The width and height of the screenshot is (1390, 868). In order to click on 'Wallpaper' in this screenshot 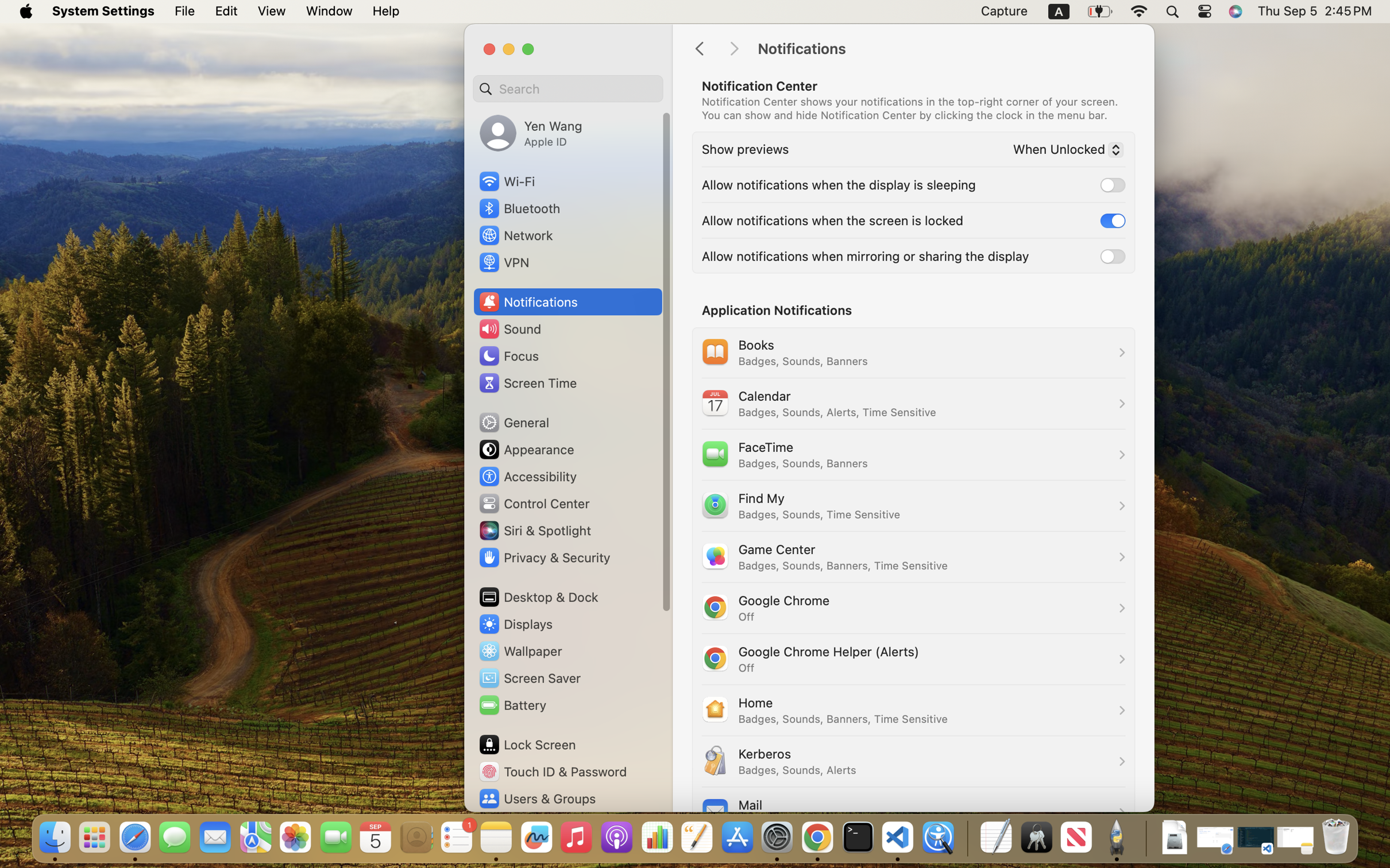, I will do `click(519, 651)`.